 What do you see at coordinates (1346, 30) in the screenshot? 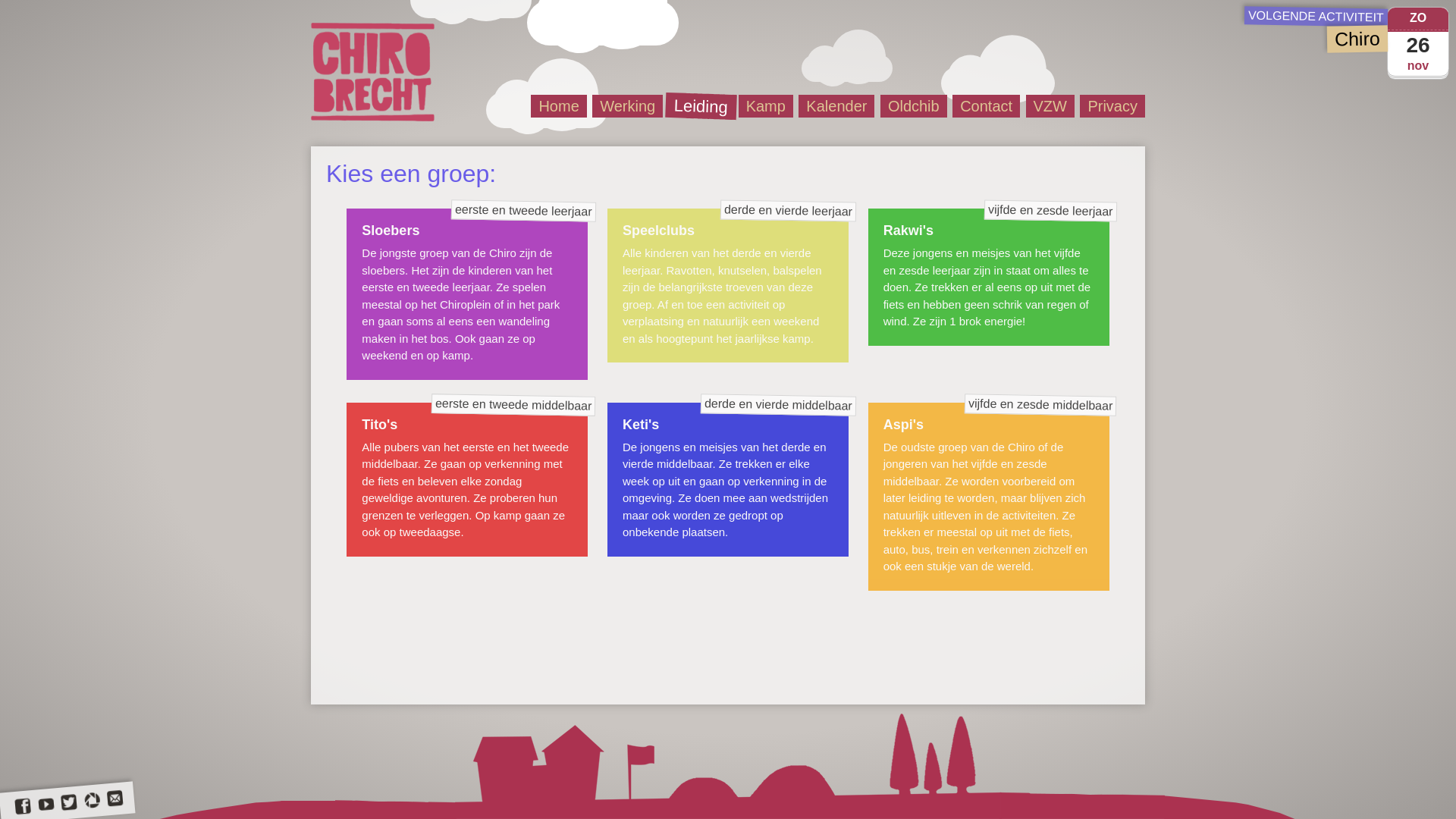
I see `'nov` at bounding box center [1346, 30].